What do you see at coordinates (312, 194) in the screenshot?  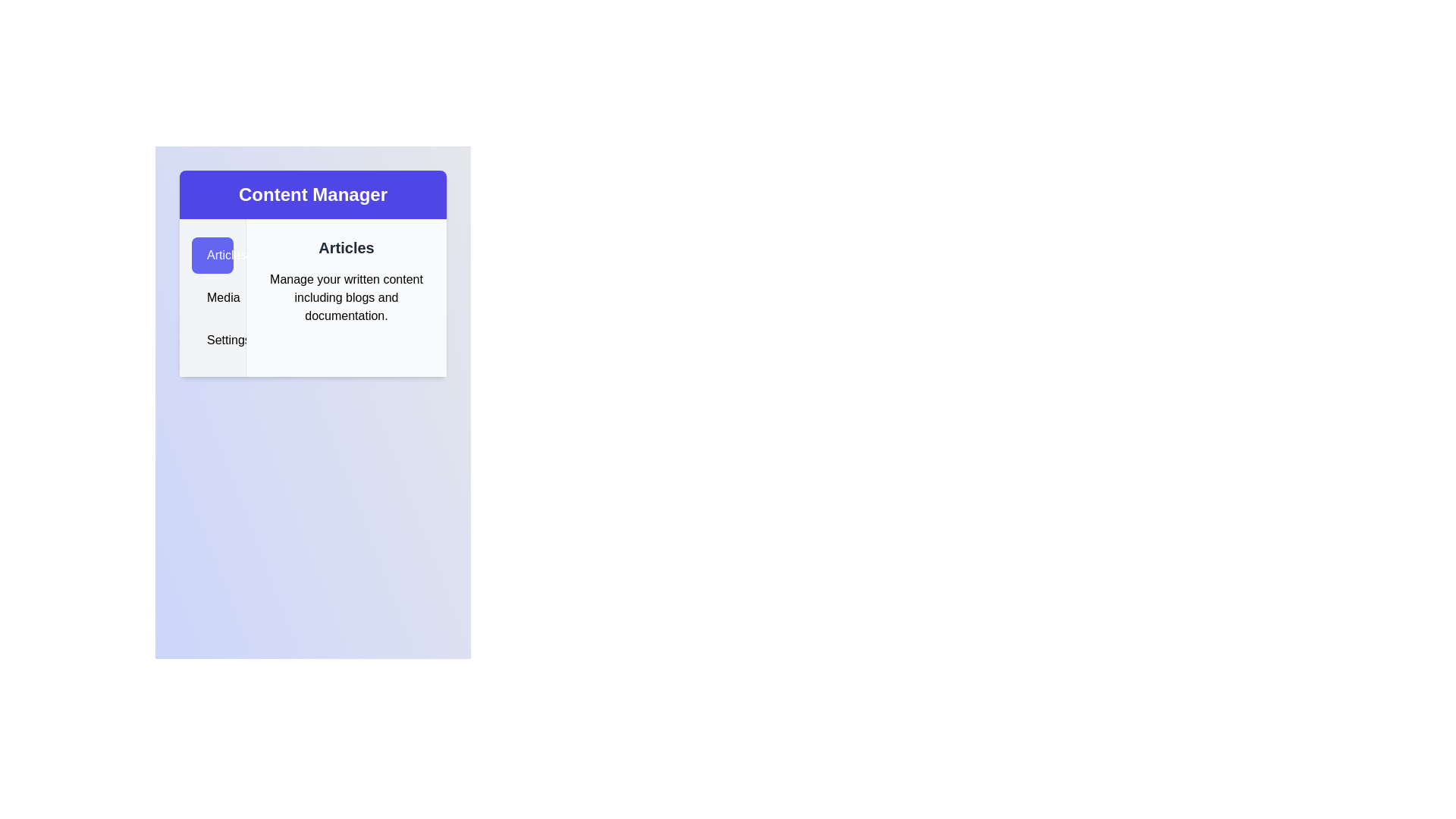 I see `the 'Content Manager' header to focus on it` at bounding box center [312, 194].